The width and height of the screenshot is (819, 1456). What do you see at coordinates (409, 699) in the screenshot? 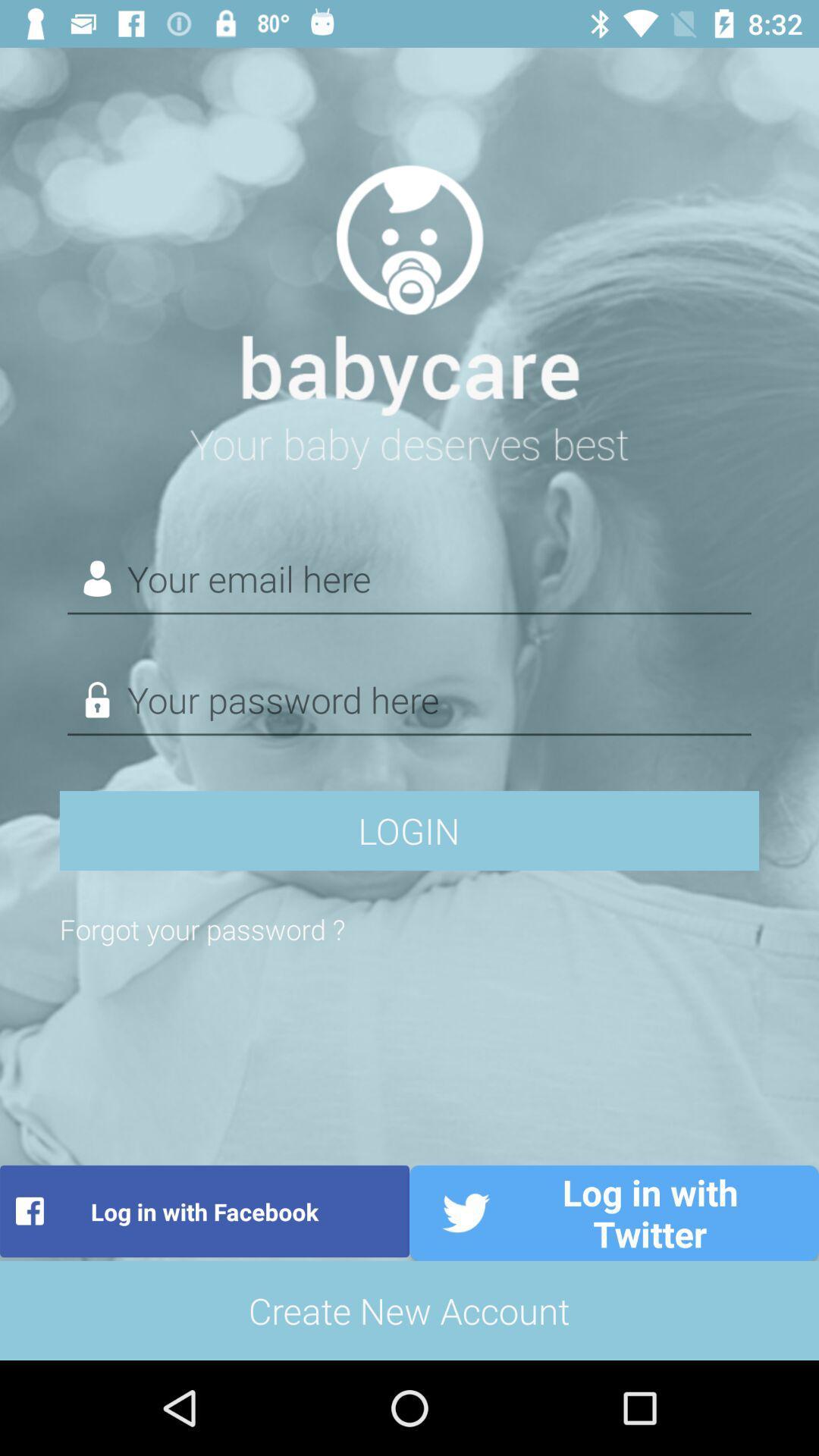
I see `enter the password` at bounding box center [409, 699].